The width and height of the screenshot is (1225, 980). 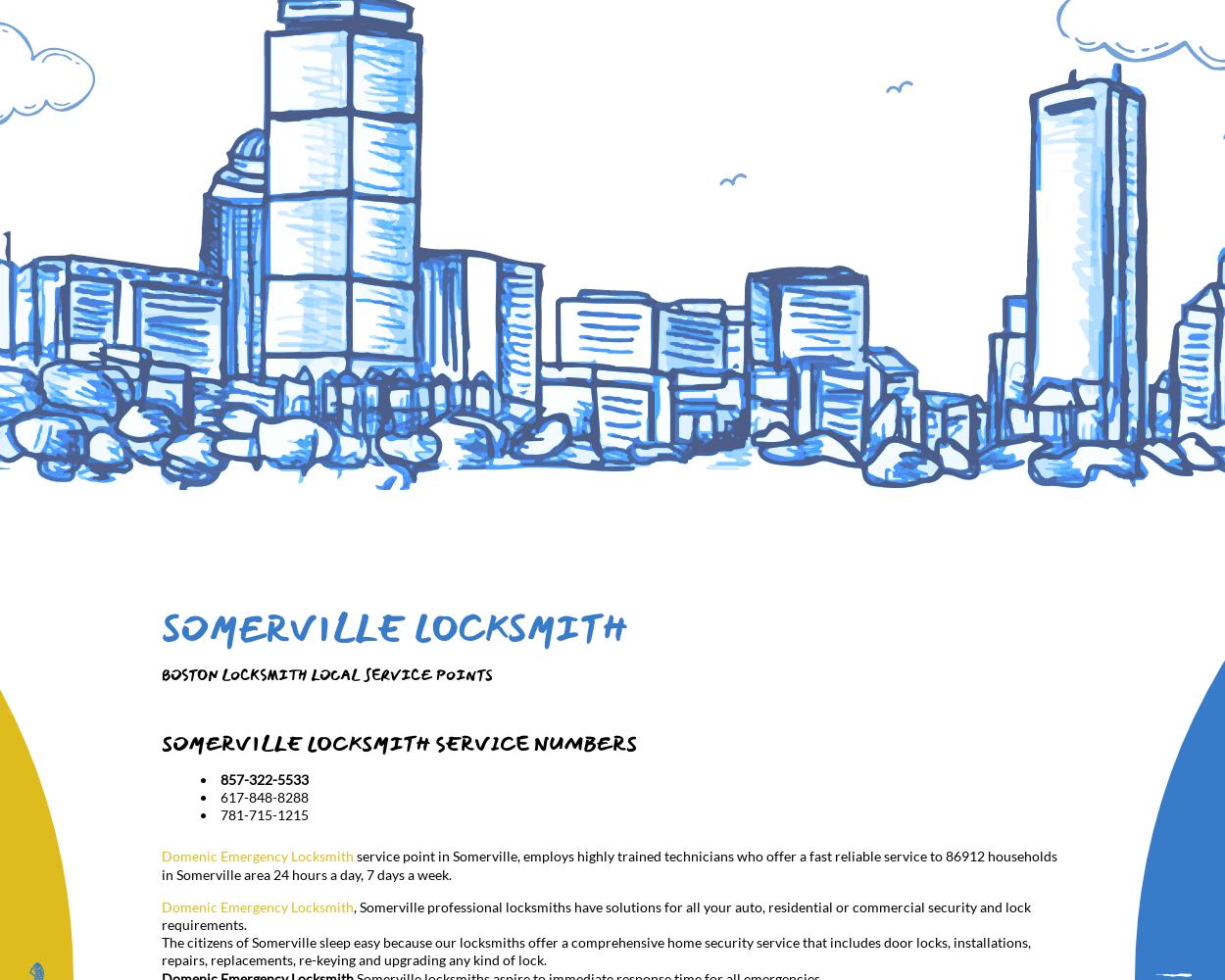 What do you see at coordinates (394, 629) in the screenshot?
I see `'Somerville Locksmith'` at bounding box center [394, 629].